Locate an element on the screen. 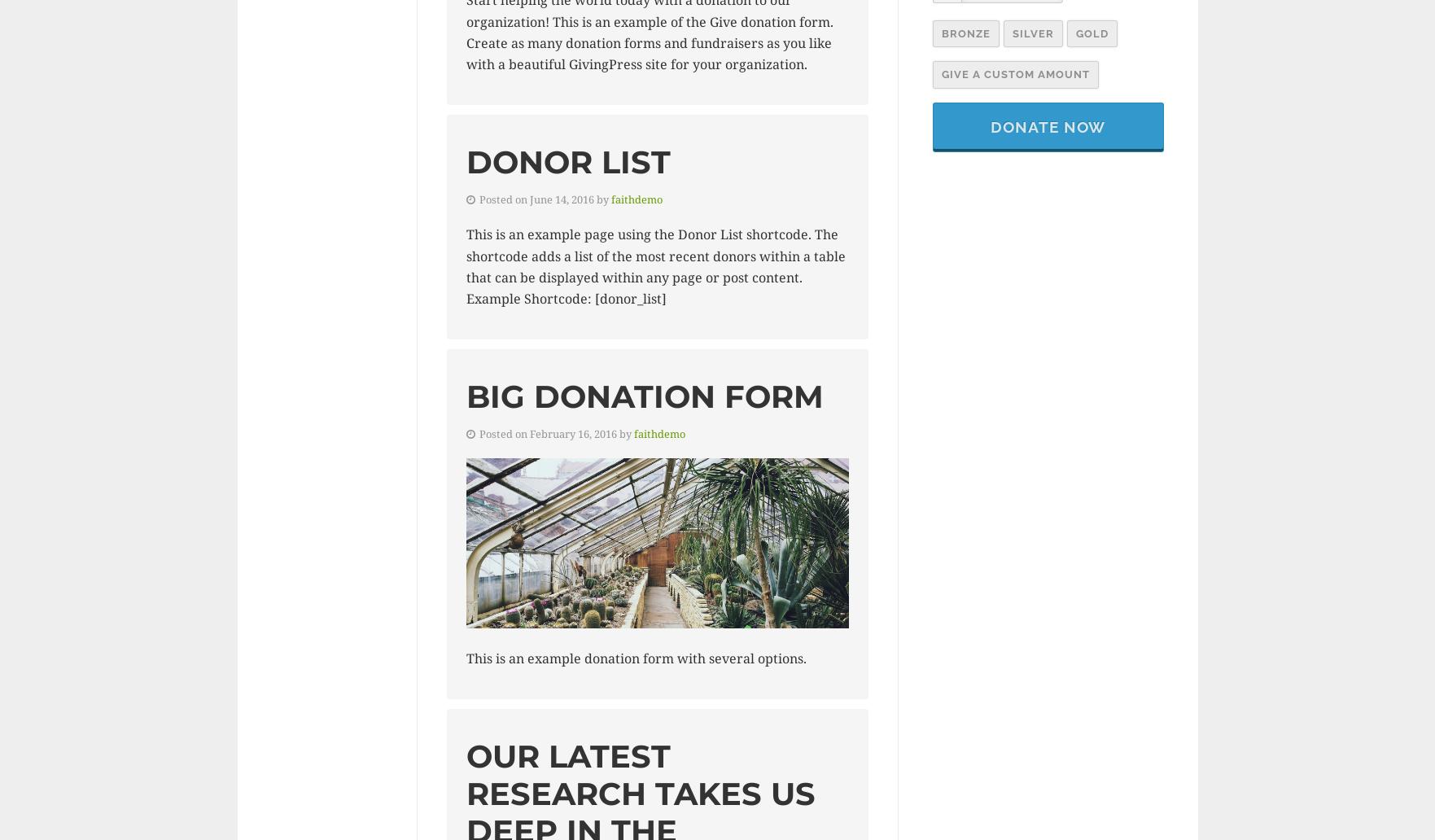 The width and height of the screenshot is (1435, 840). 'This is an example page using the Donor List shortcode. The shortcode adds a list of the most recent donors within a table that can be displayed within any page or post content. Example Shortcode: [donor_list]' is located at coordinates (465, 266).